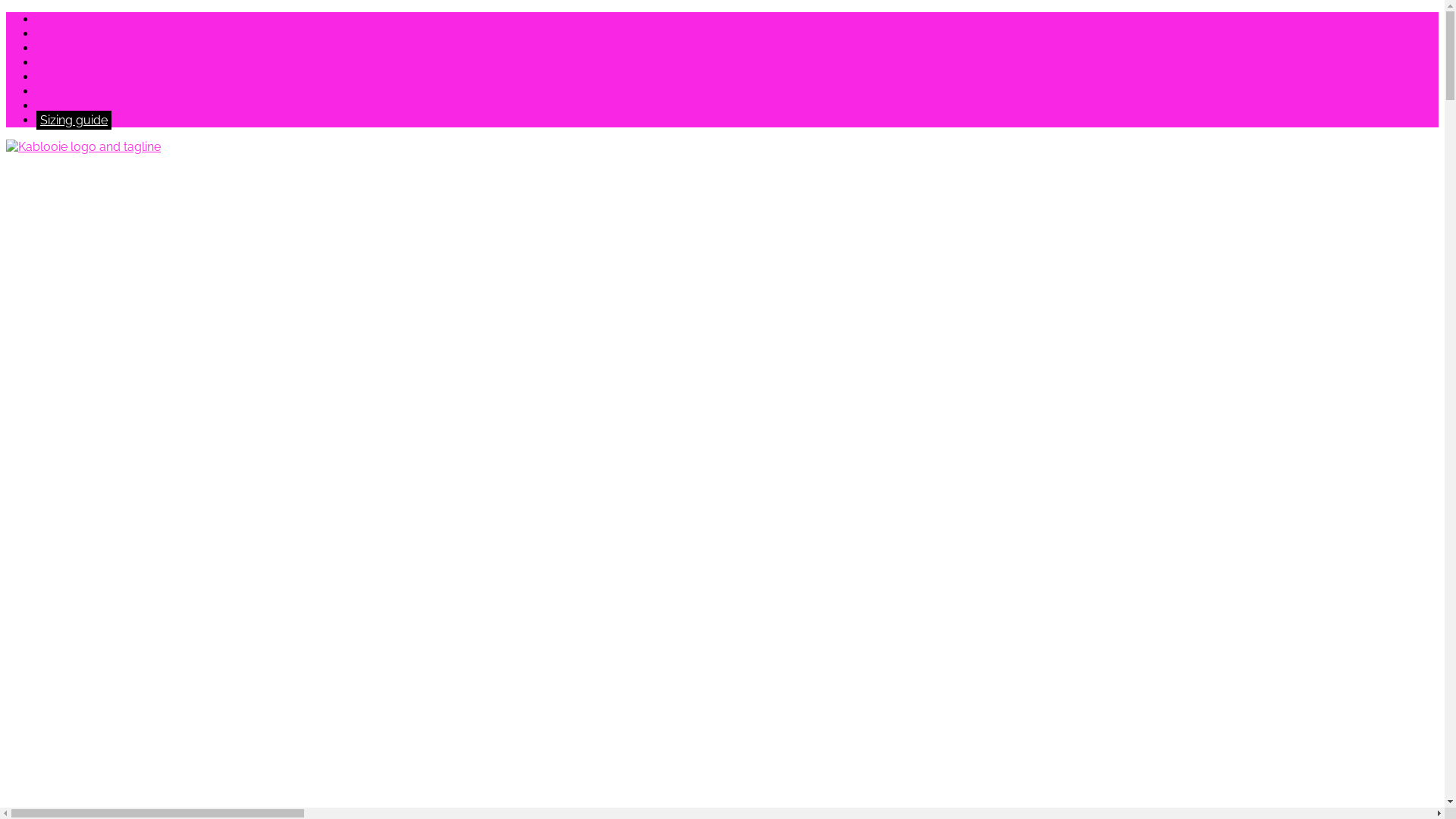  I want to click on 'Sizing guide', so click(73, 119).